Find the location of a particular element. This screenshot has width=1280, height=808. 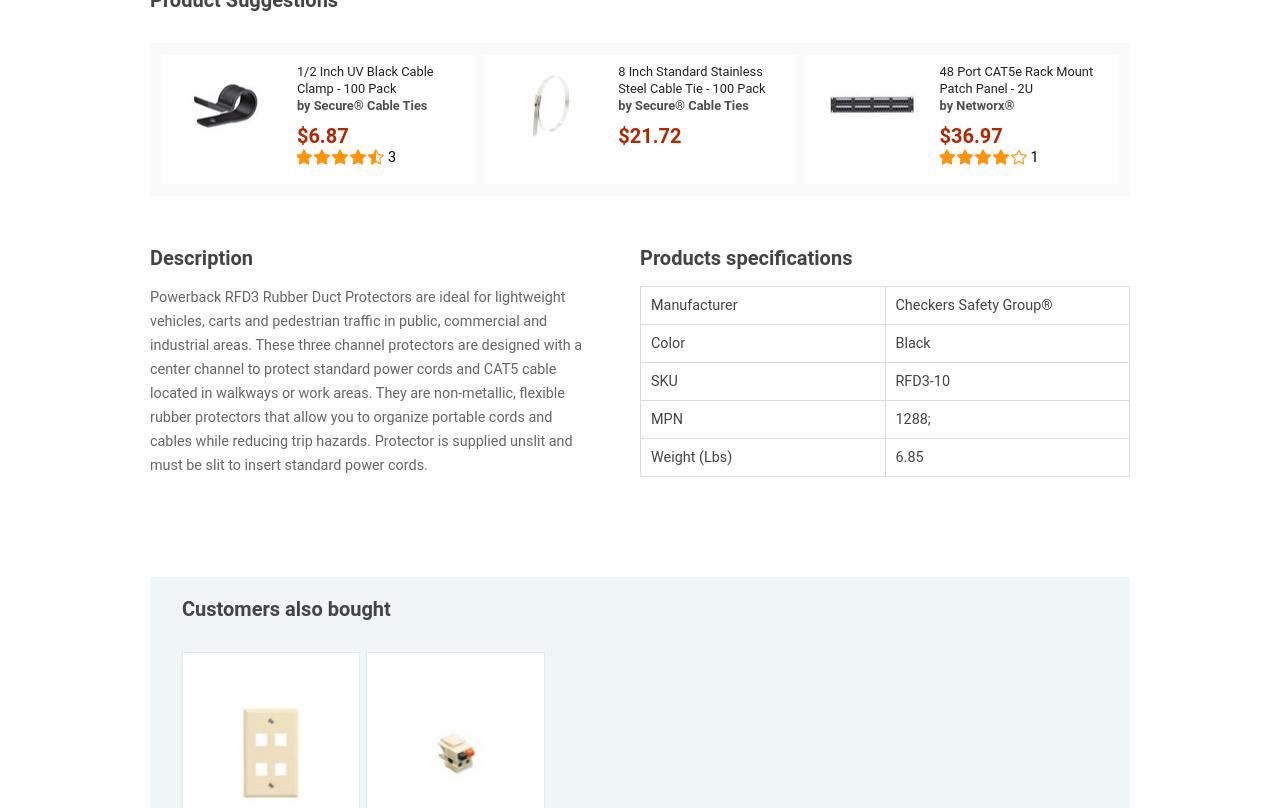

'Color' is located at coordinates (668, 342).